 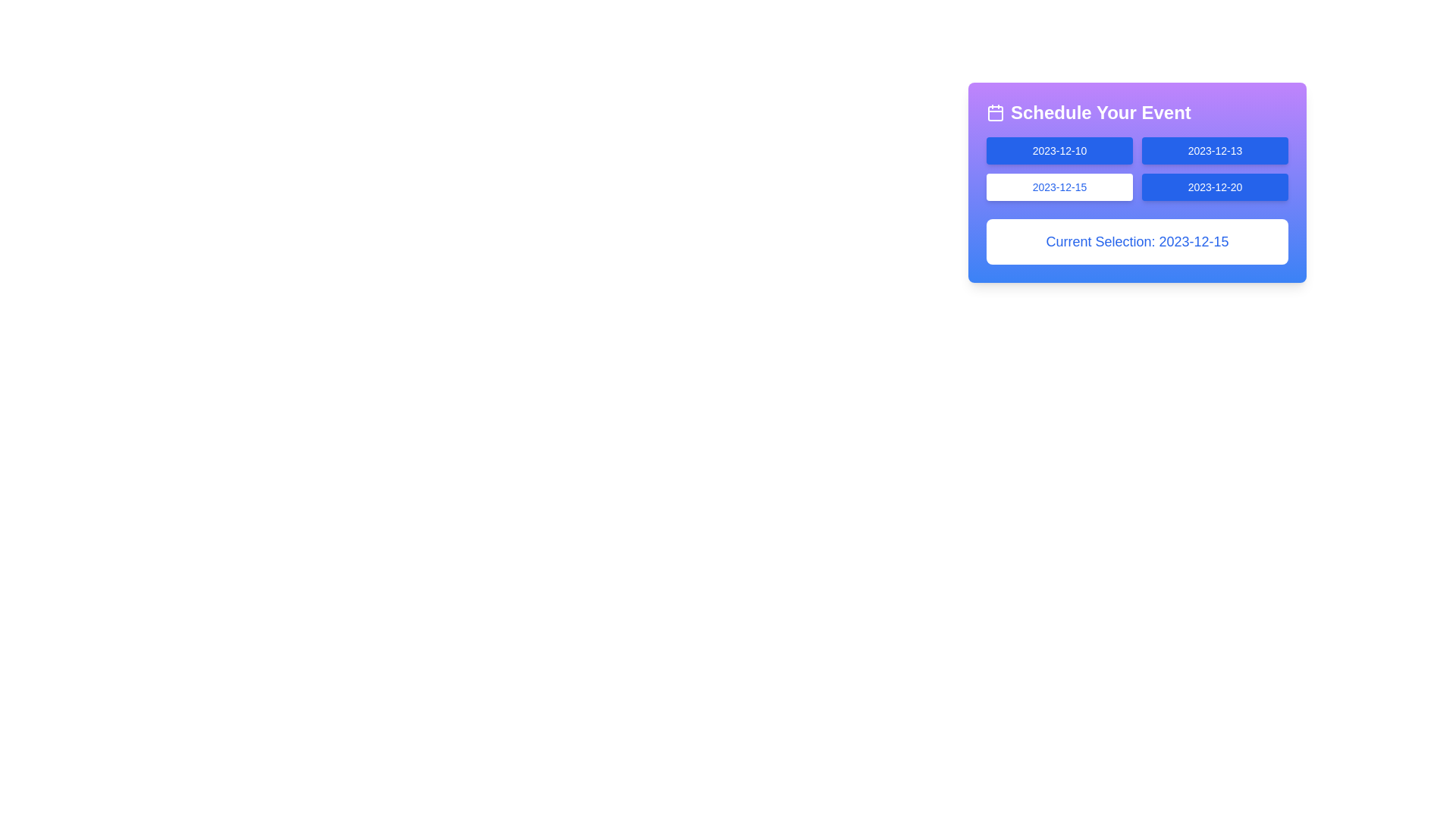 What do you see at coordinates (1059, 186) in the screenshot?
I see `the button displaying the date '2023-12-15'` at bounding box center [1059, 186].